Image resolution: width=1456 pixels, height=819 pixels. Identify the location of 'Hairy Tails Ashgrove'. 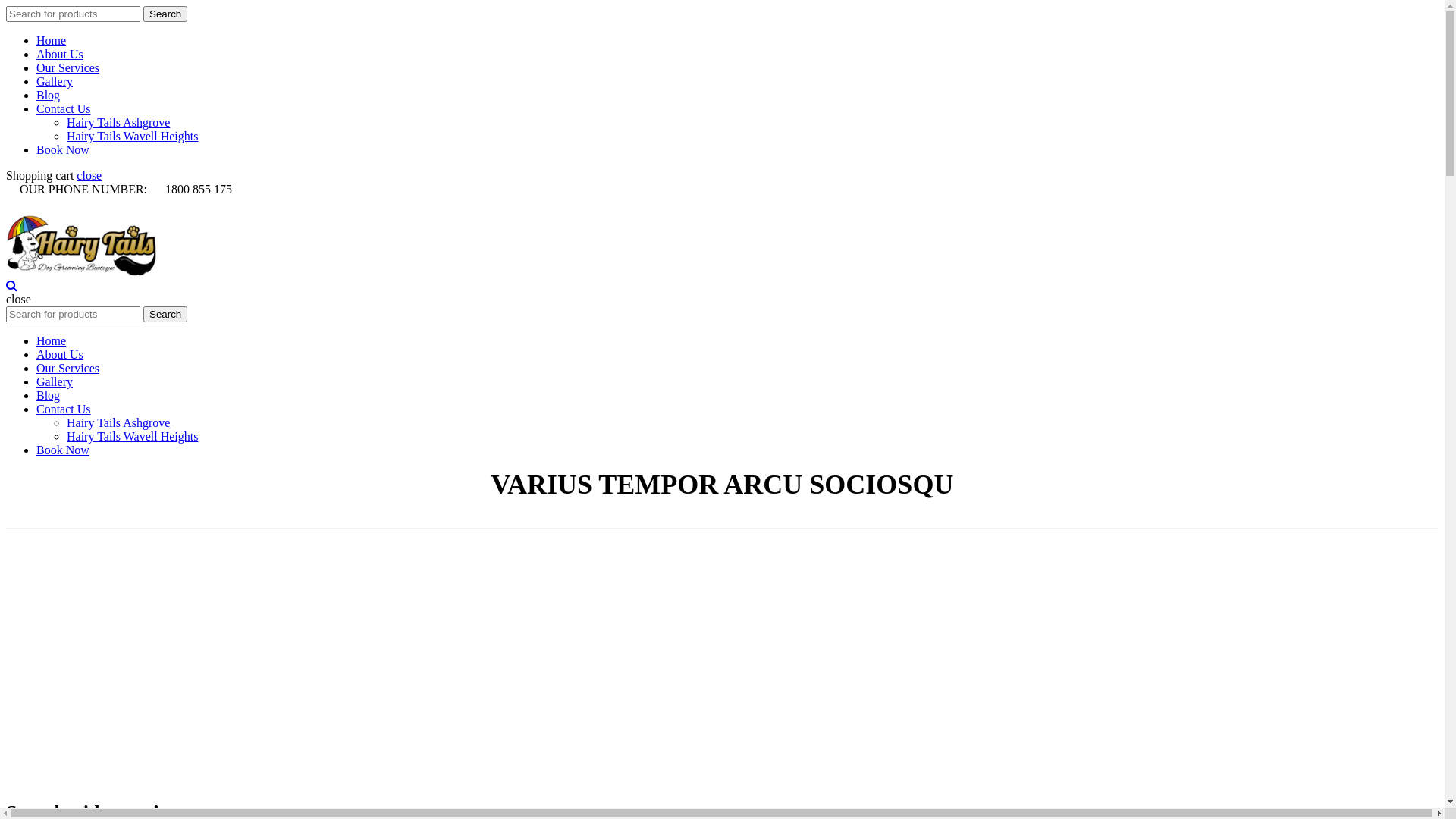
(65, 121).